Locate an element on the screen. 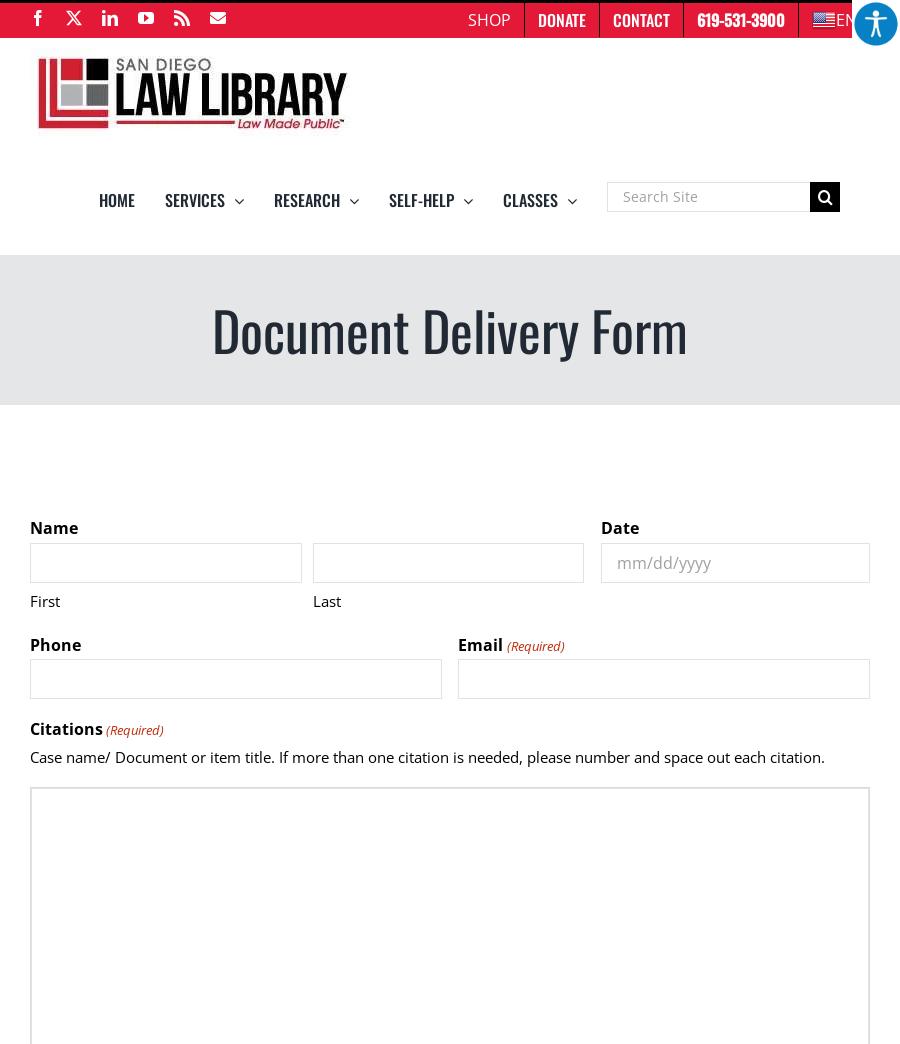 The width and height of the screenshot is (900, 1044). 'Date' is located at coordinates (620, 526).